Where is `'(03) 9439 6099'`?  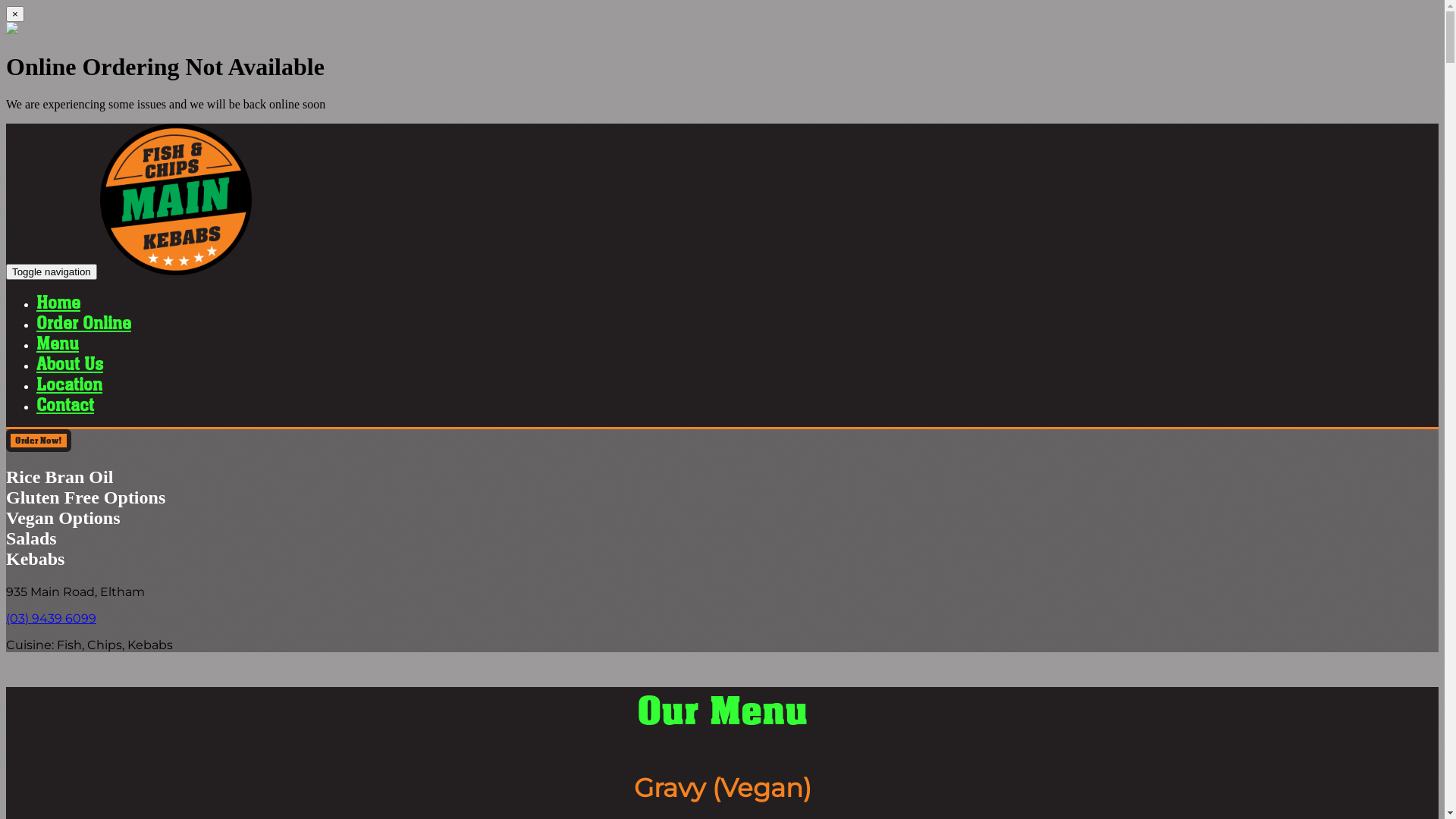 '(03) 9439 6099' is located at coordinates (51, 618).